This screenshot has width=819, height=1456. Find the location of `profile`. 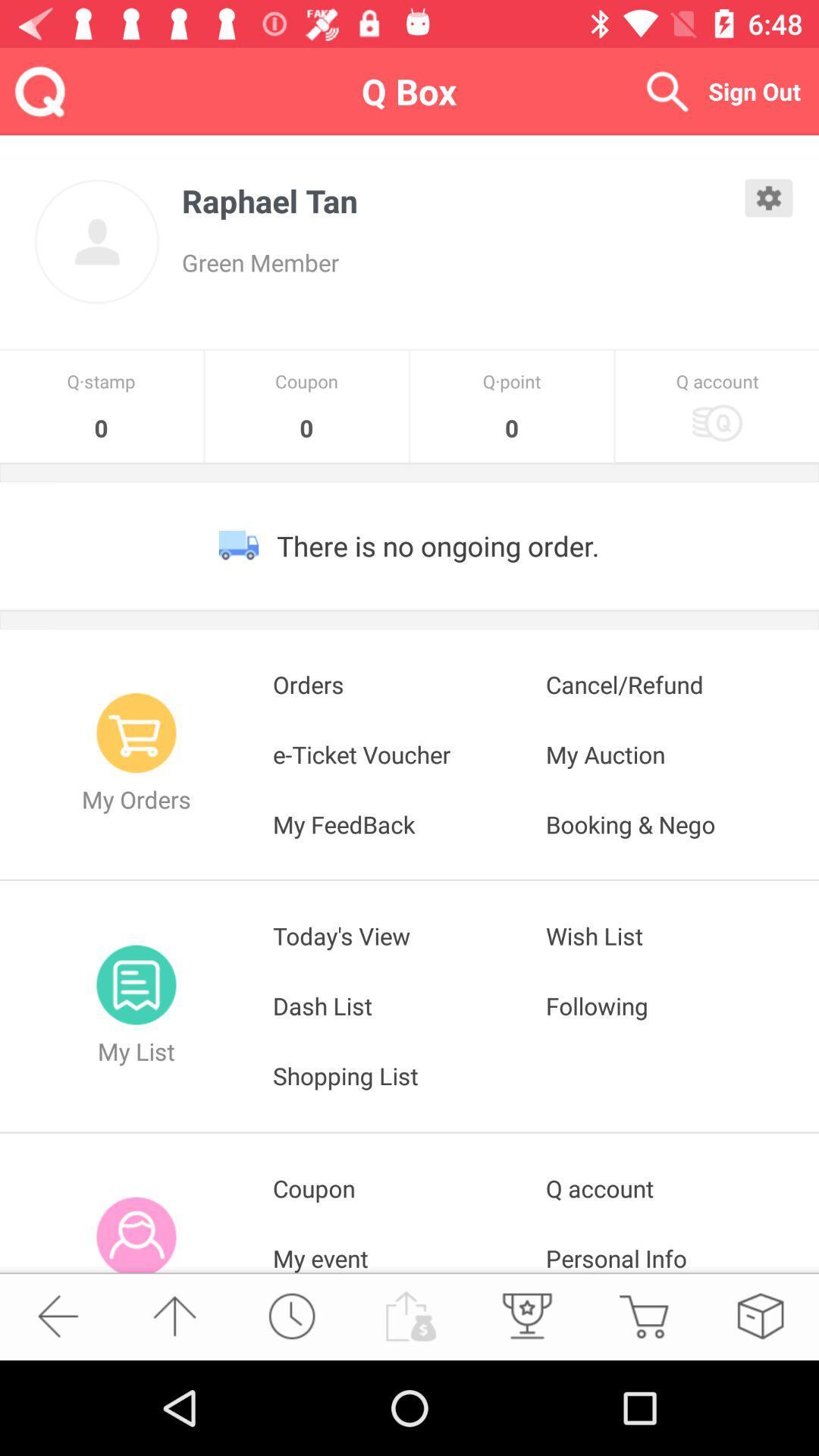

profile is located at coordinates (96, 241).